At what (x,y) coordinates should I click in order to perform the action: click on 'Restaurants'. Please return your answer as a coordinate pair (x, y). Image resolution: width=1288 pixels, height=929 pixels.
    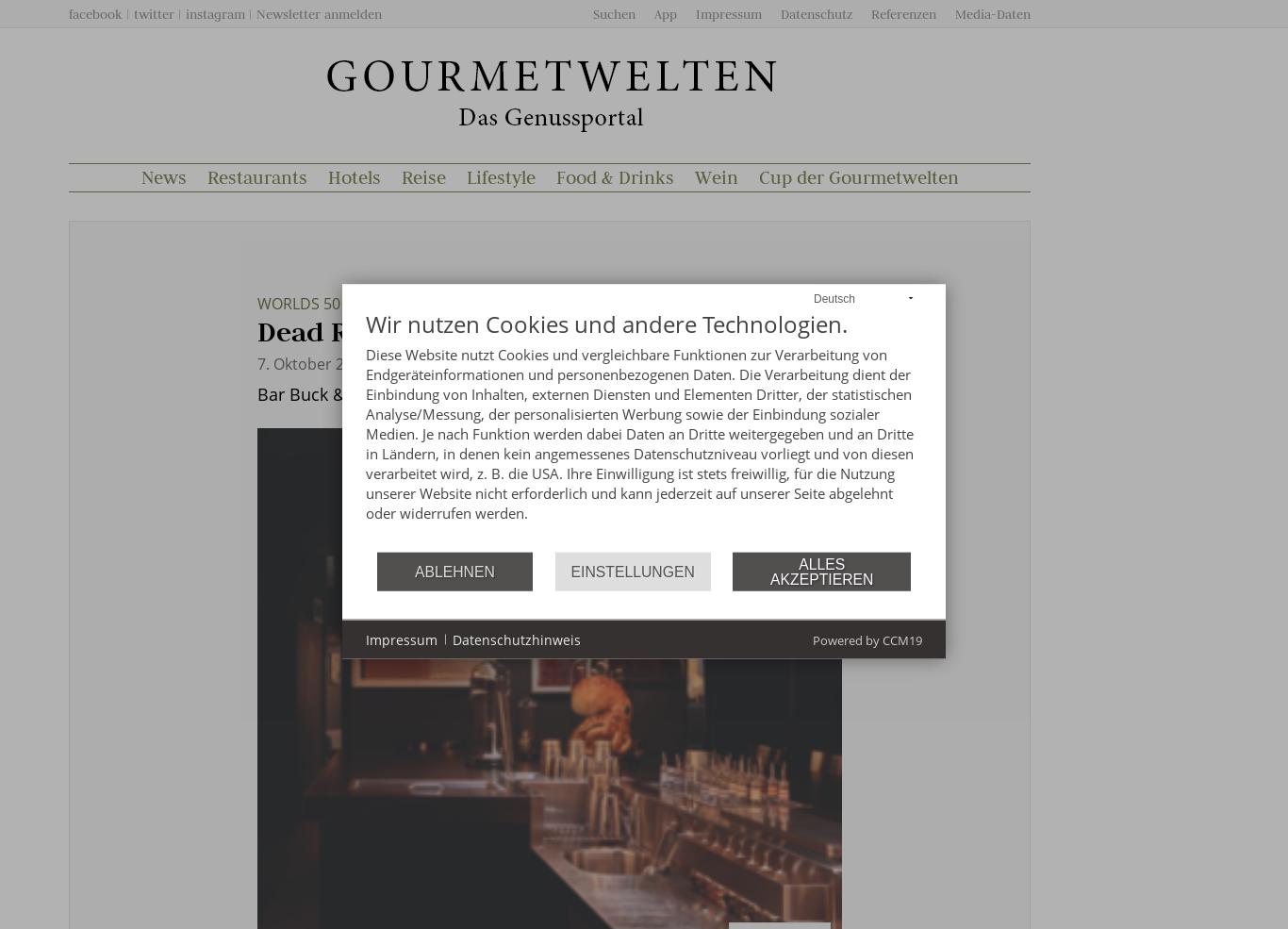
    Looking at the image, I should click on (205, 177).